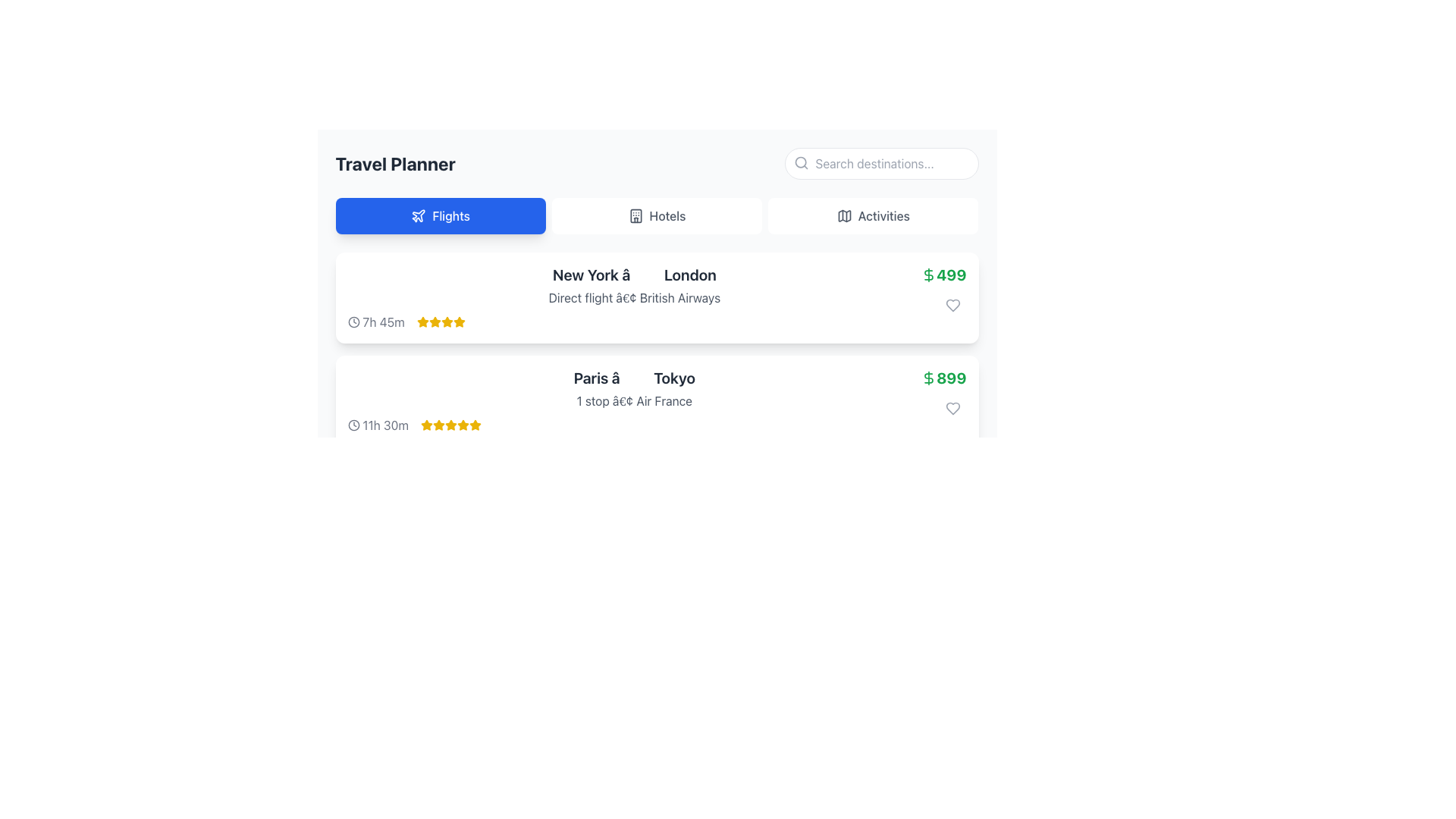 This screenshot has width=1456, height=819. What do you see at coordinates (426, 425) in the screenshot?
I see `yellow star icon representing rating, which is the first in a series of five stars aligned horizontally on the second card of the travel plan to Tokyo` at bounding box center [426, 425].